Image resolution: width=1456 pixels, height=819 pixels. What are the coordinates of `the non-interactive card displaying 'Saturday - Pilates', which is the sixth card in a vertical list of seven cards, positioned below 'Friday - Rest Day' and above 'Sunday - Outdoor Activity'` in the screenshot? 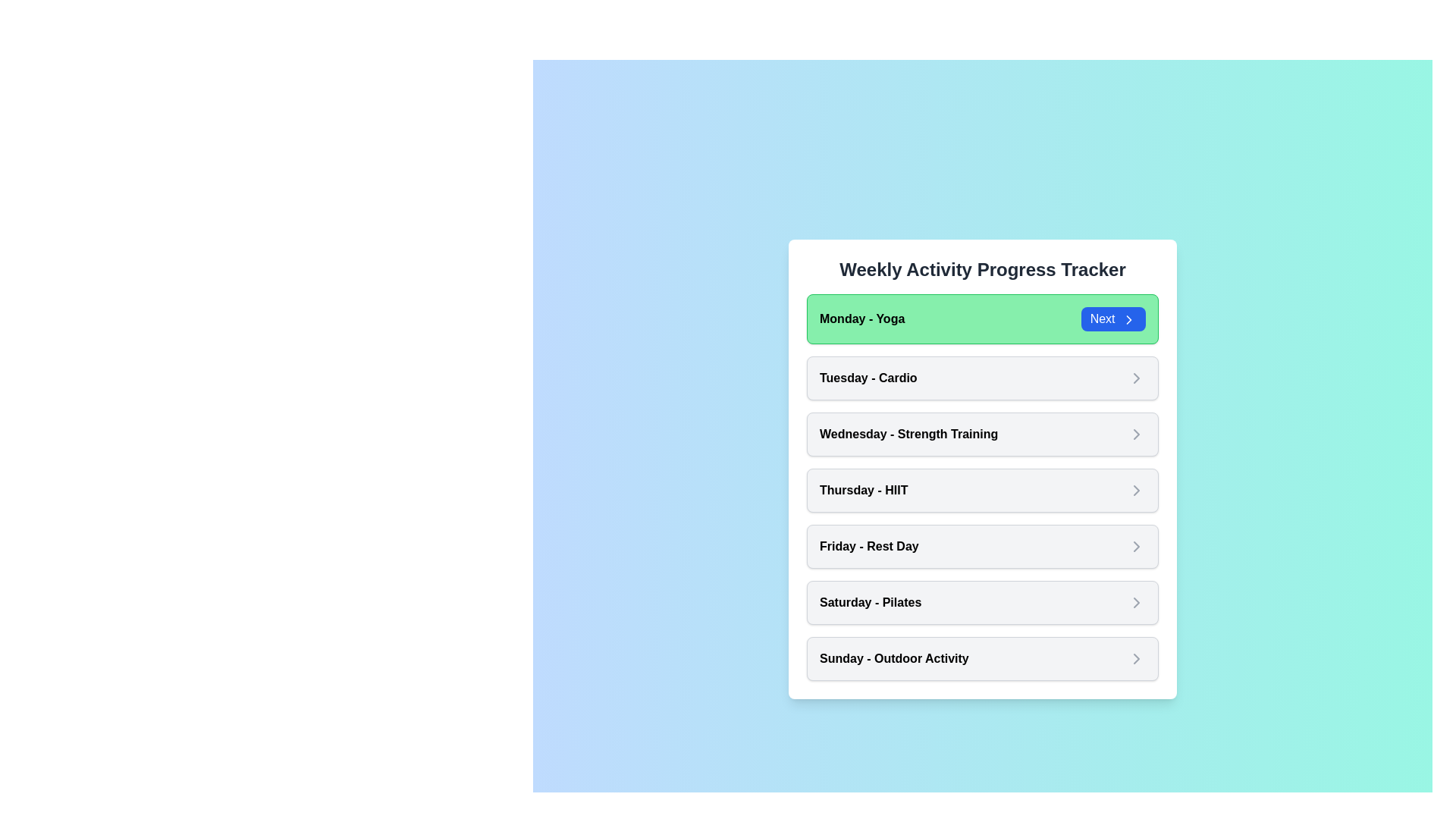 It's located at (983, 601).